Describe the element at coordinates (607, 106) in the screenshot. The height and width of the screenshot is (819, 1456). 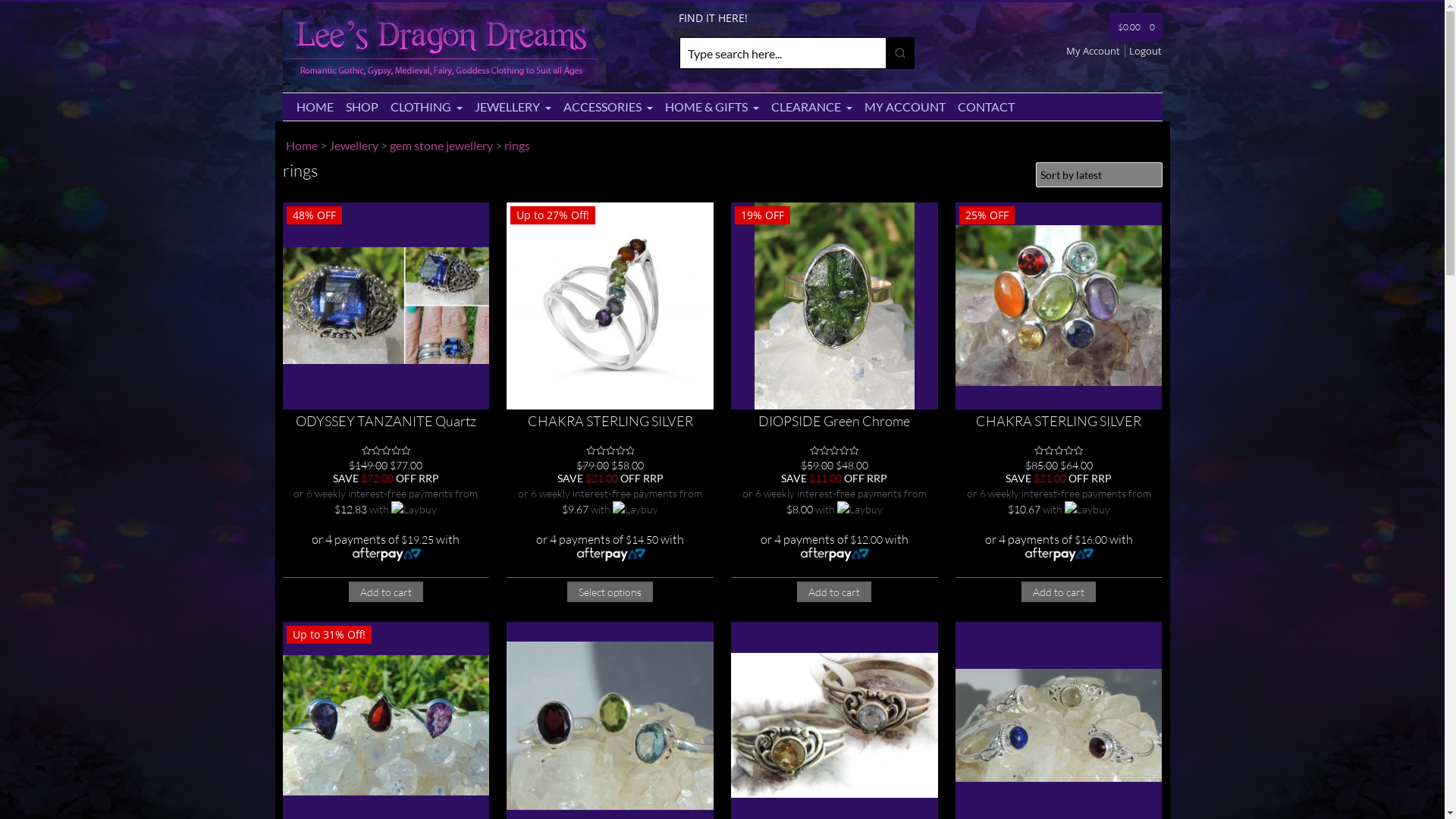
I see `'ACCESSORIES'` at that location.